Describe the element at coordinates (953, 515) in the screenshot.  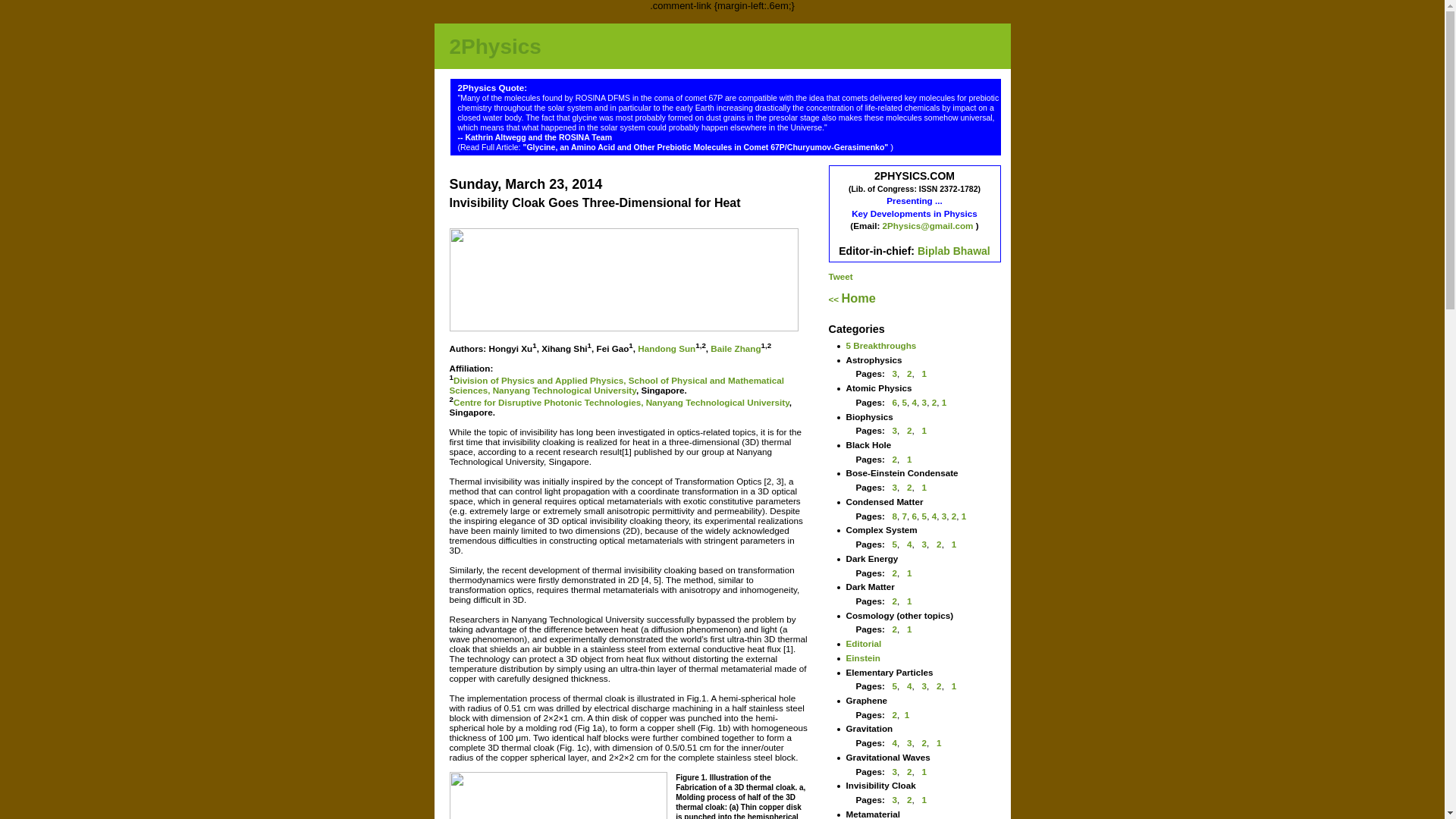
I see `'2'` at that location.